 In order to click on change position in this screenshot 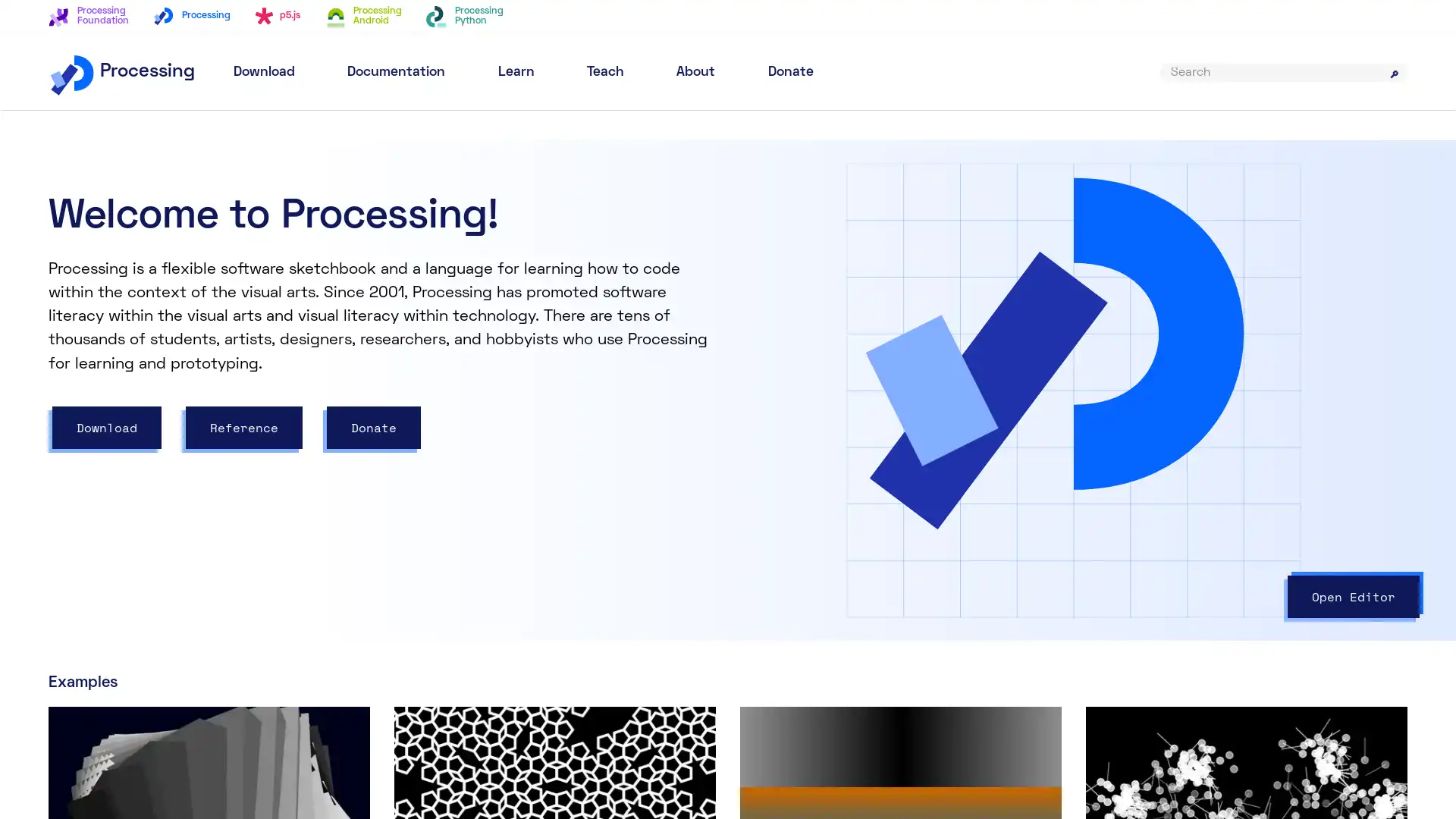, I will do `click(952, 467)`.